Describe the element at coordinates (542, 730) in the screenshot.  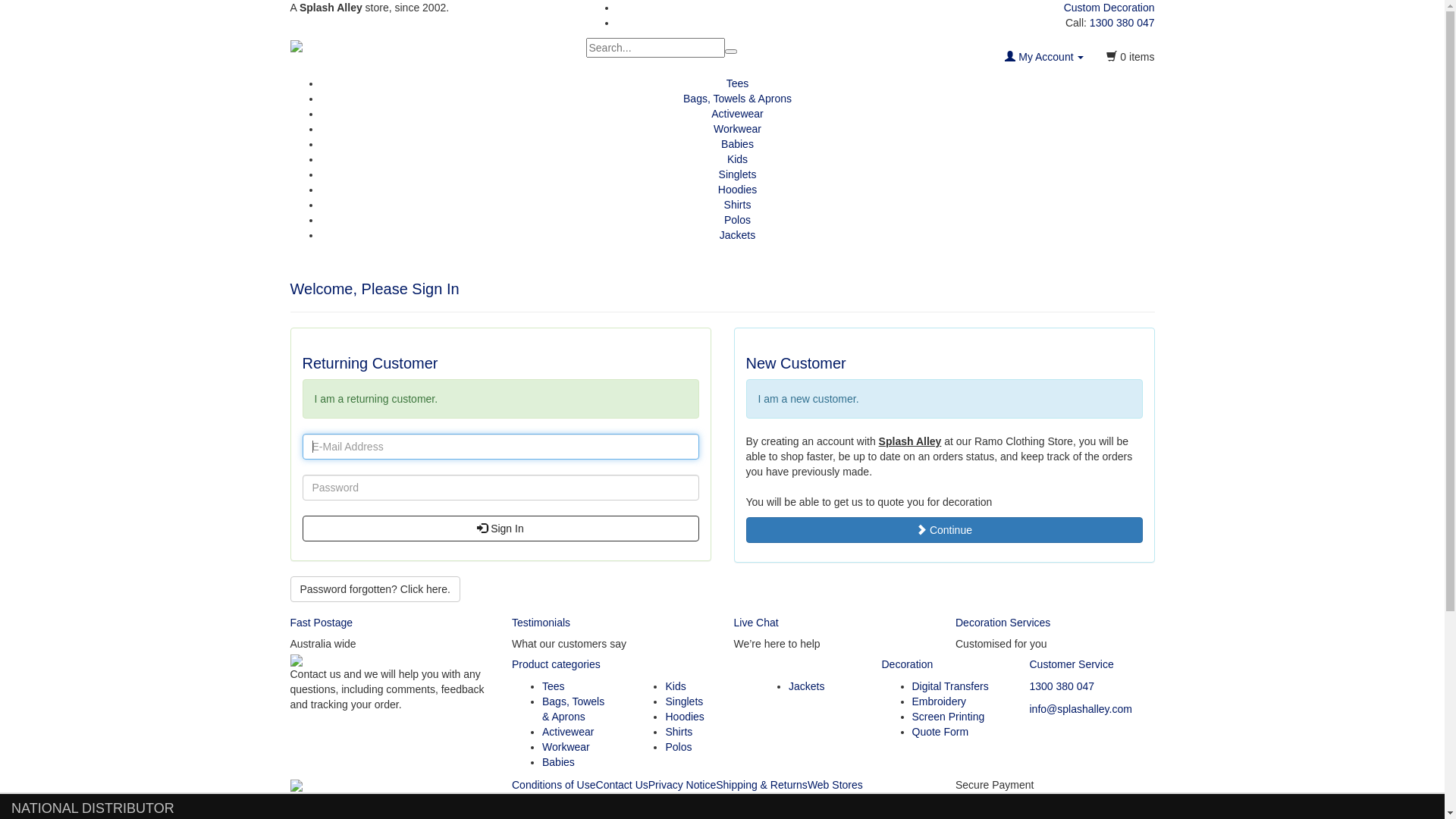
I see `'Activewear'` at that location.